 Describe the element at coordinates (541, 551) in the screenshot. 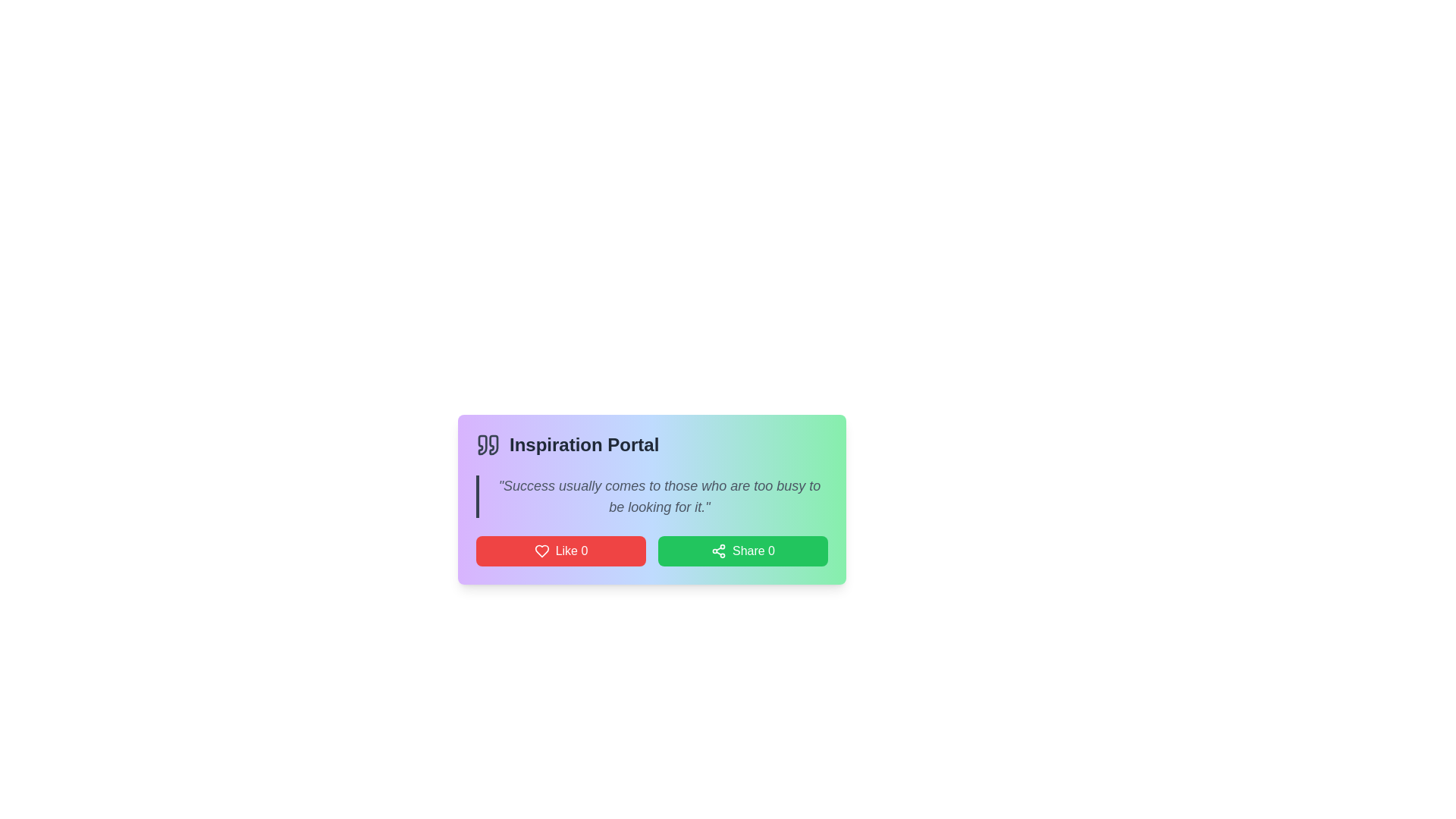

I see `the heart icon within the red 'Like 0' button located at the bottom-left corner of the card to express appreciation` at that location.